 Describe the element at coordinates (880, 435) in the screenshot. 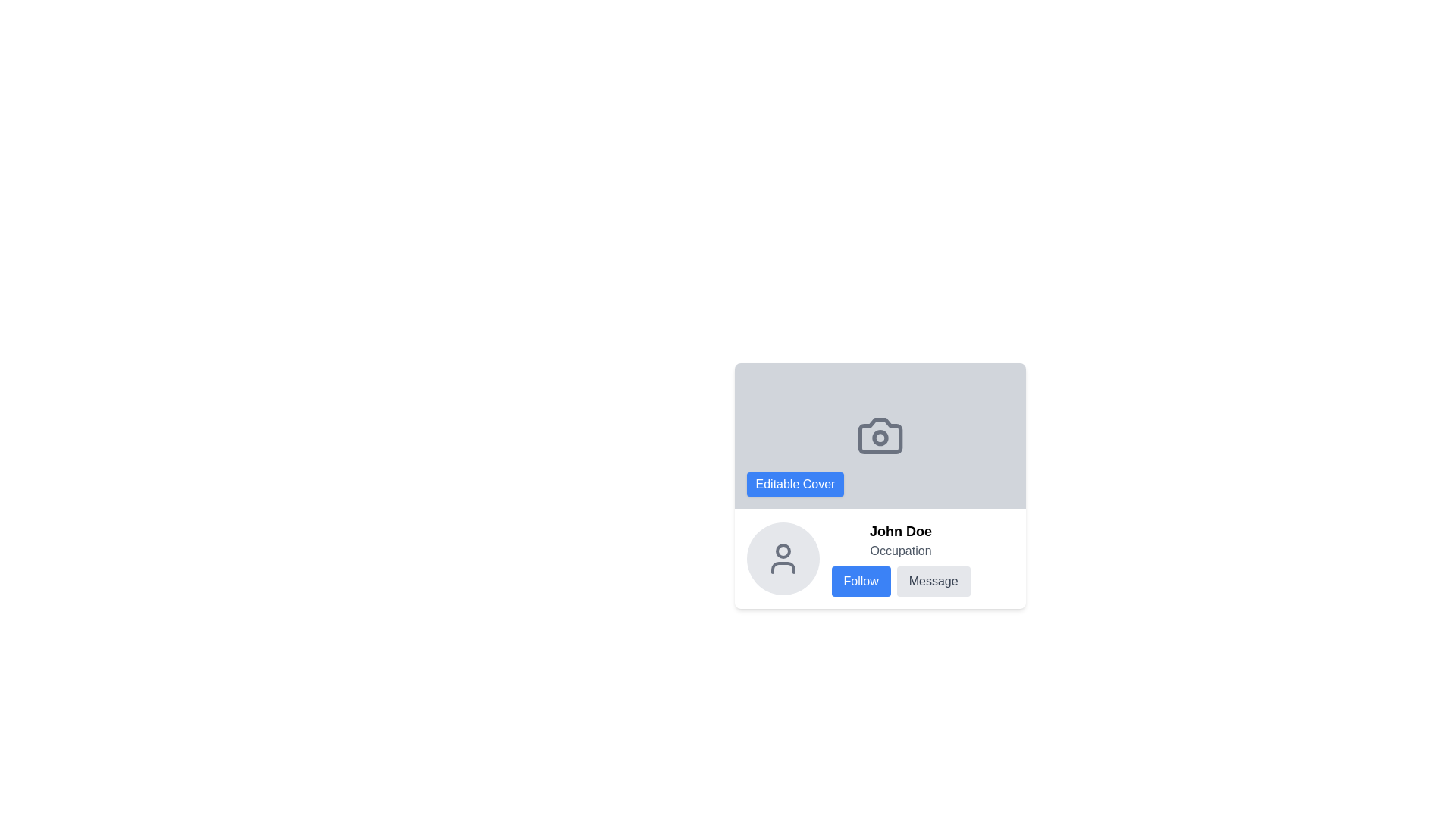

I see `the cover image icon located at the center of the gray block on the card structure` at that location.